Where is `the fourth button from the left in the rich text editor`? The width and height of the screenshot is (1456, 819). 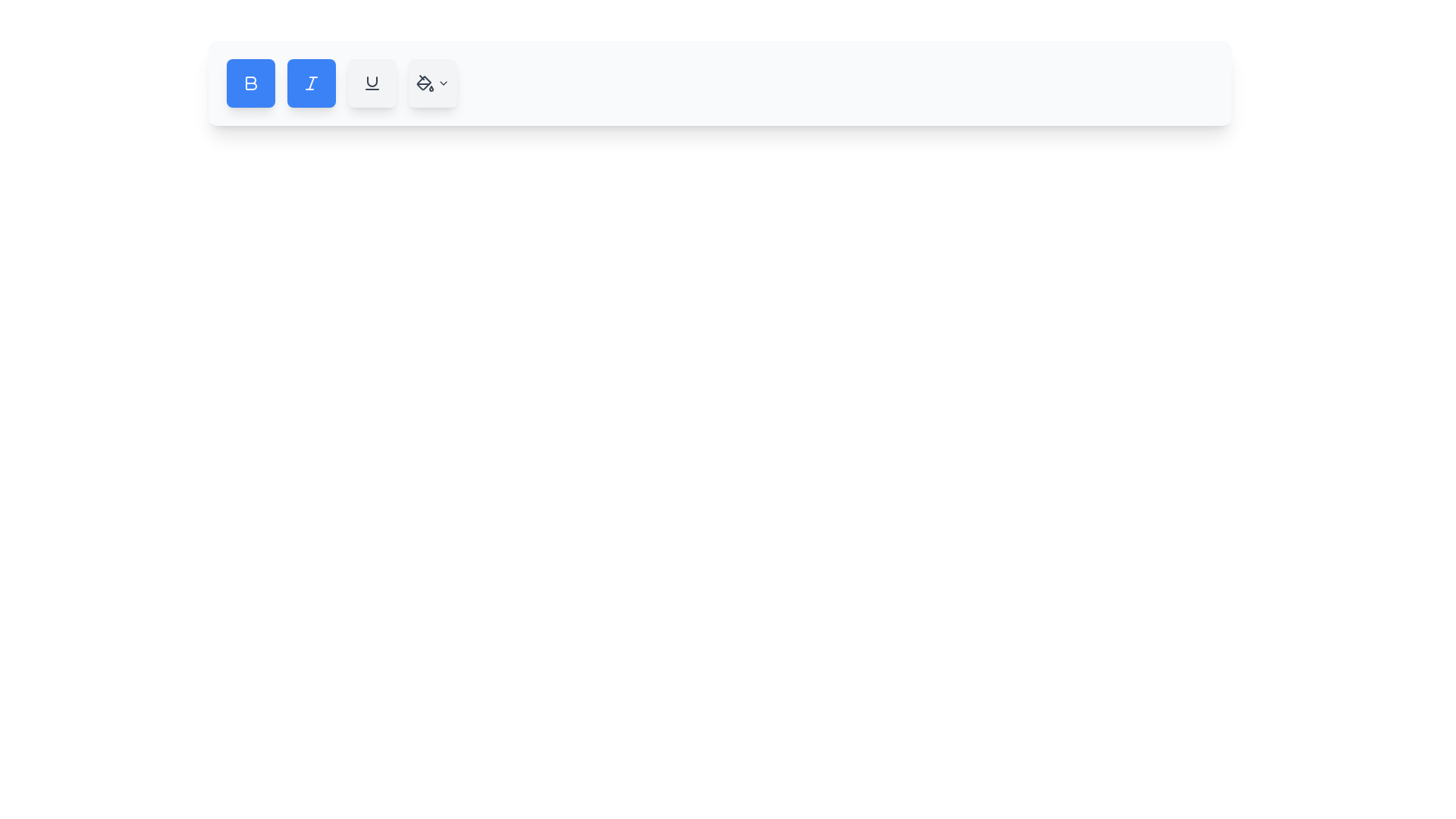
the fourth button from the left in the rich text editor is located at coordinates (372, 83).